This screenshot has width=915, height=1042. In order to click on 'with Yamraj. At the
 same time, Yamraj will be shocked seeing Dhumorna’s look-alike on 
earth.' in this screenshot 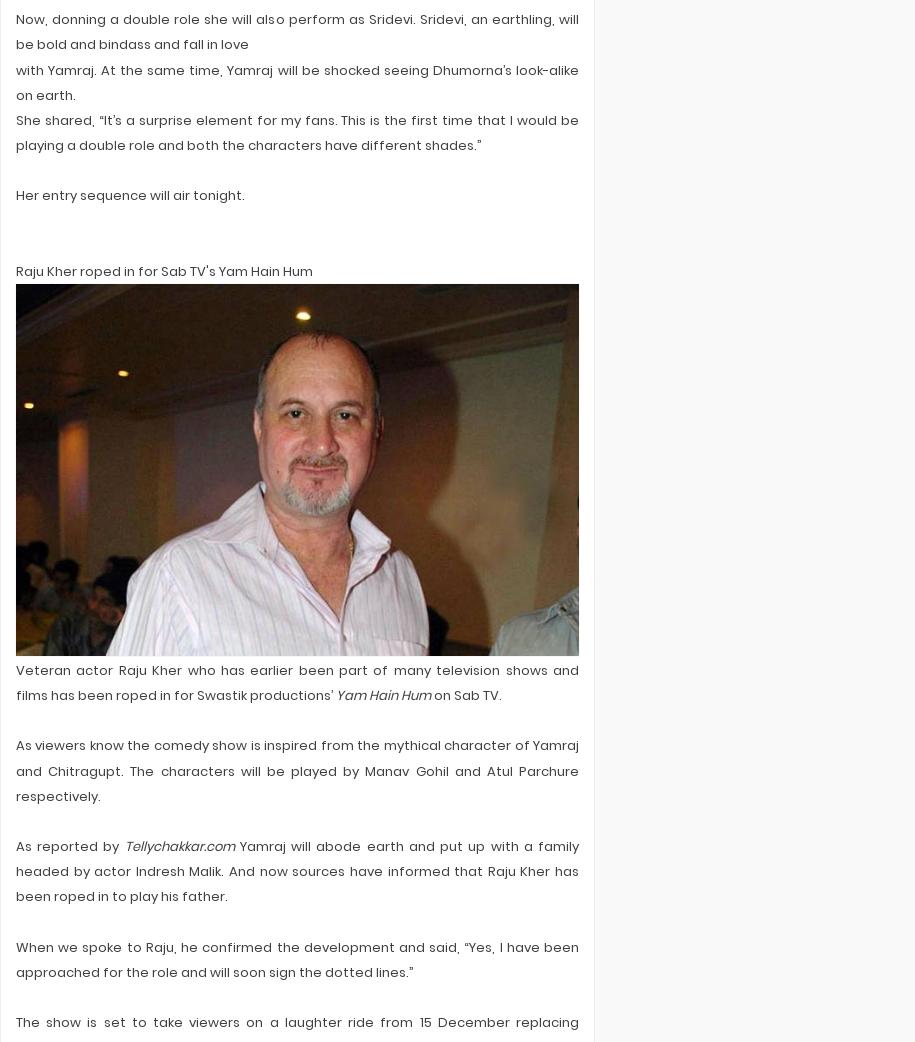, I will do `click(296, 81)`.